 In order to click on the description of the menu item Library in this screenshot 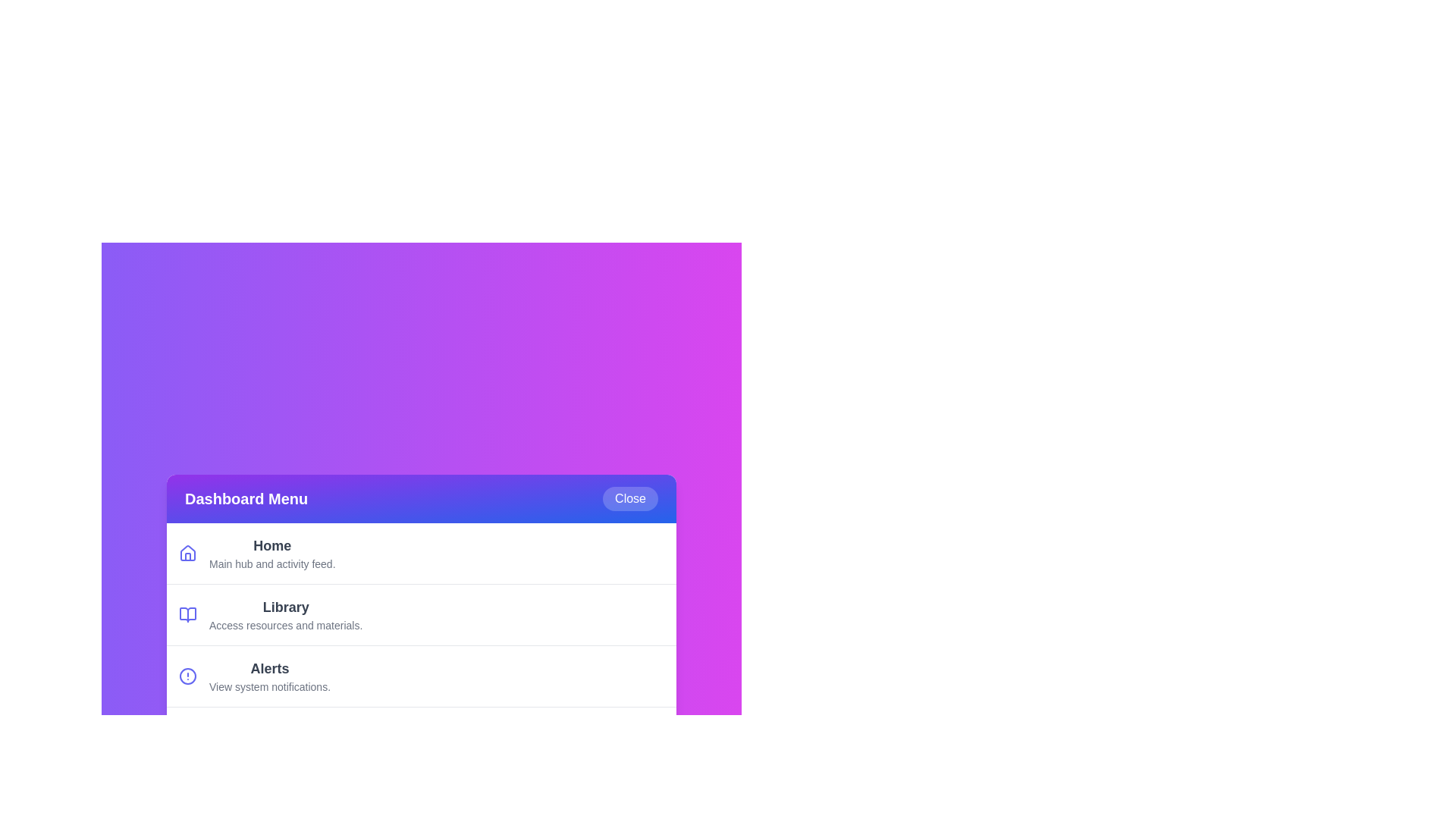, I will do `click(286, 607)`.